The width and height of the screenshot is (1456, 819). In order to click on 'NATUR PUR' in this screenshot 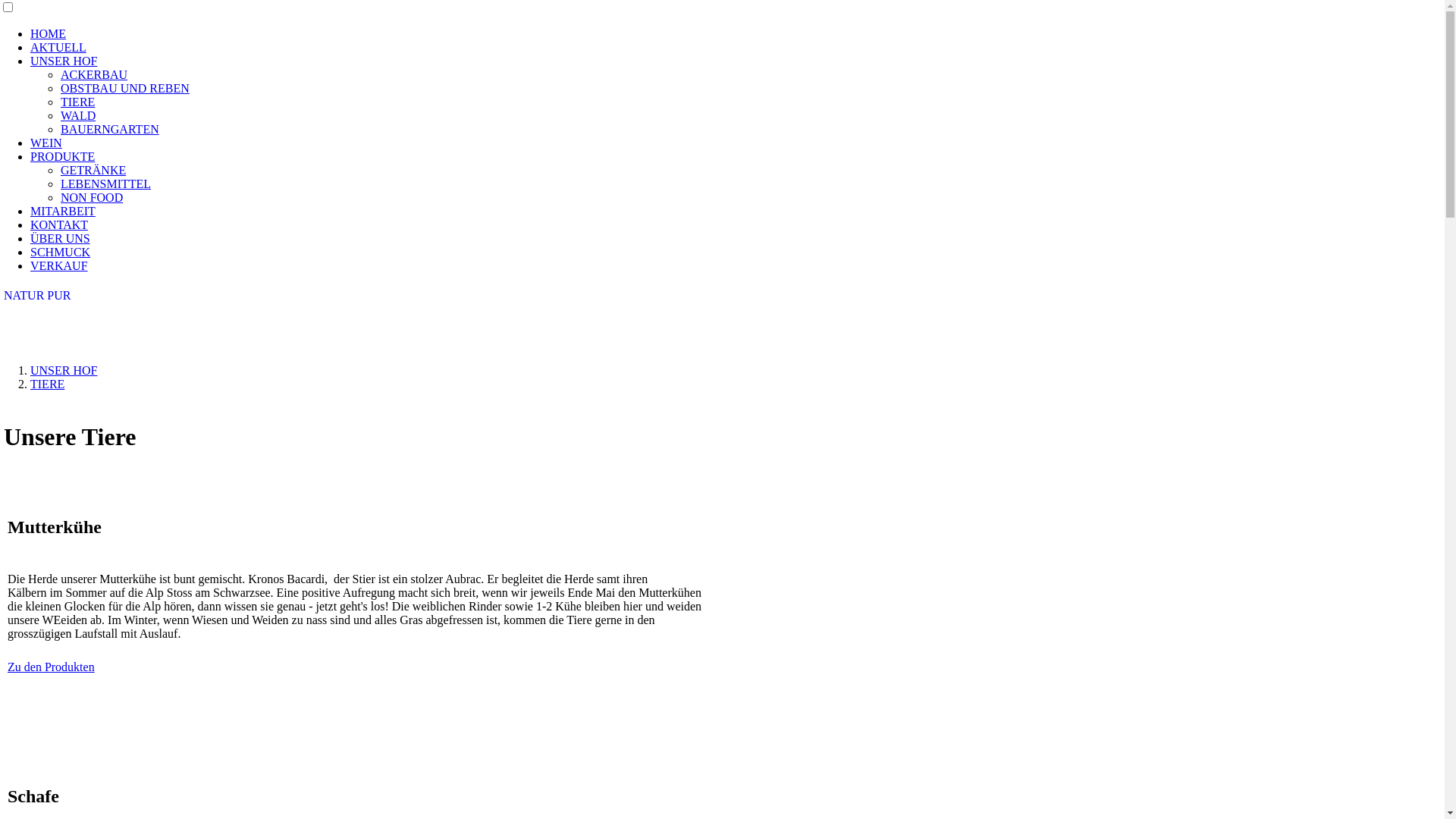, I will do `click(36, 295)`.